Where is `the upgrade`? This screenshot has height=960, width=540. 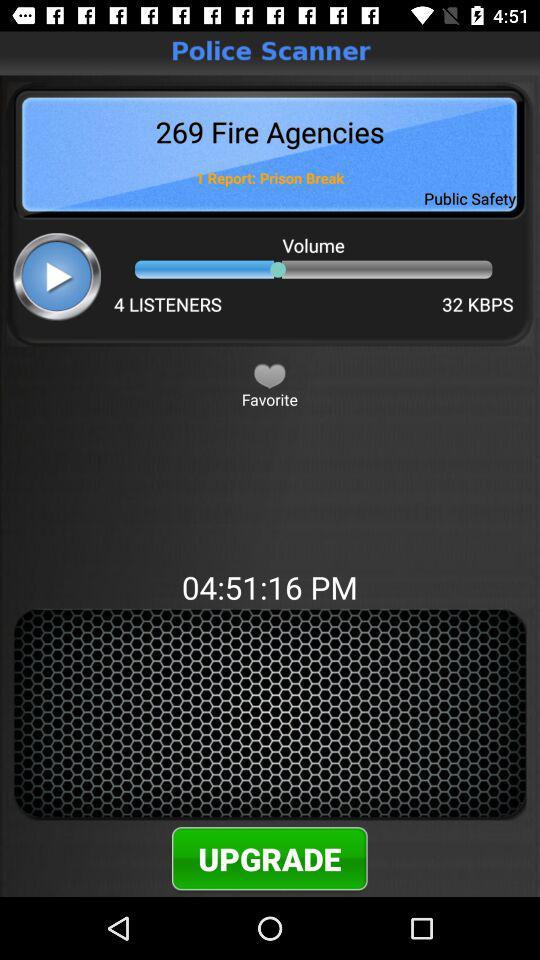
the upgrade is located at coordinates (269, 857).